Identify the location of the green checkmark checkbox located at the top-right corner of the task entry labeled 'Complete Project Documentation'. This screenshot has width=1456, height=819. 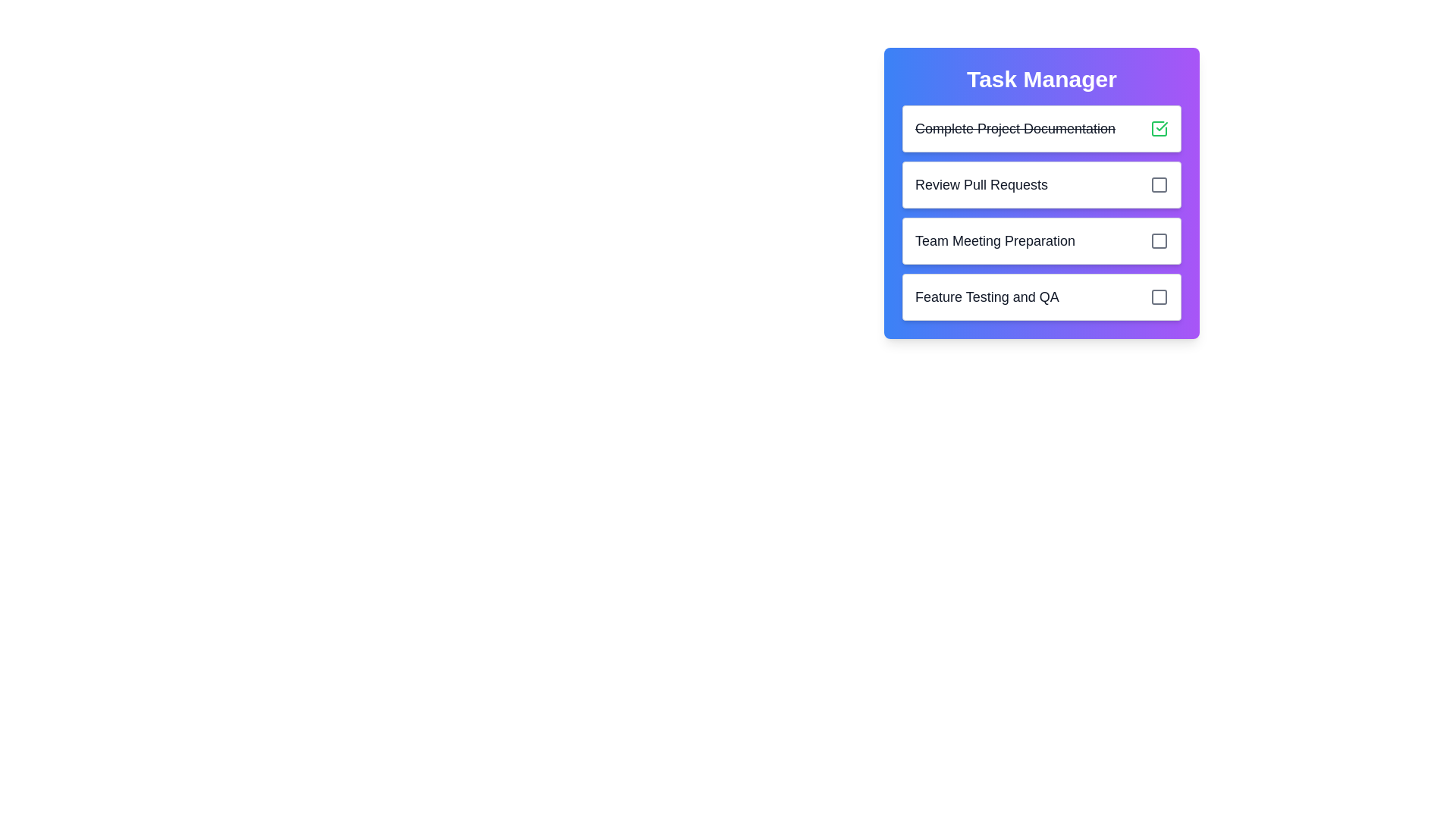
(1159, 127).